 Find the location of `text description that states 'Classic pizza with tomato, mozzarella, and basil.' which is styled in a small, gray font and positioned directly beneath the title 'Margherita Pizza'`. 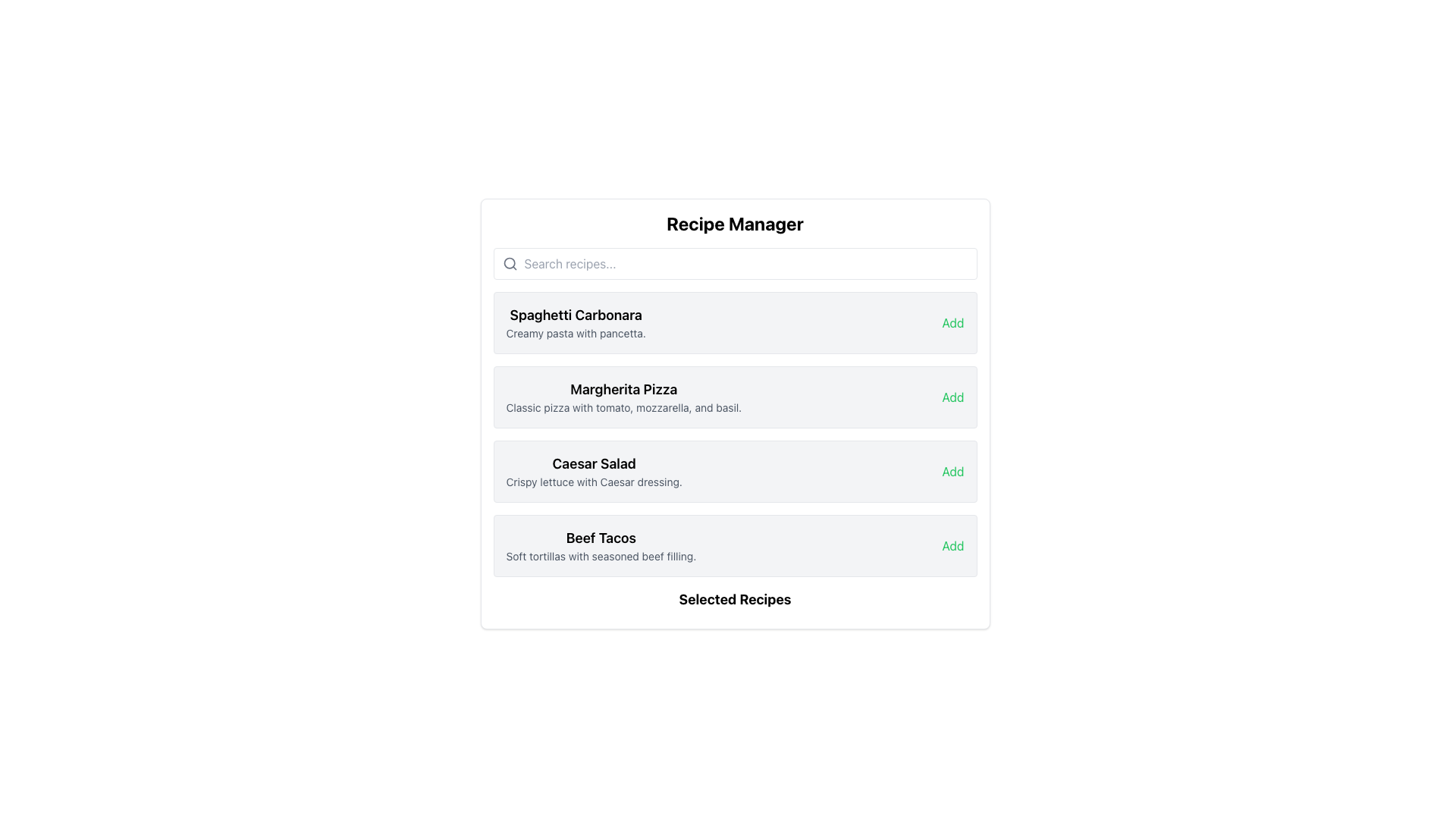

text description that states 'Classic pizza with tomato, mozzarella, and basil.' which is styled in a small, gray font and positioned directly beneath the title 'Margherita Pizza' is located at coordinates (623, 406).